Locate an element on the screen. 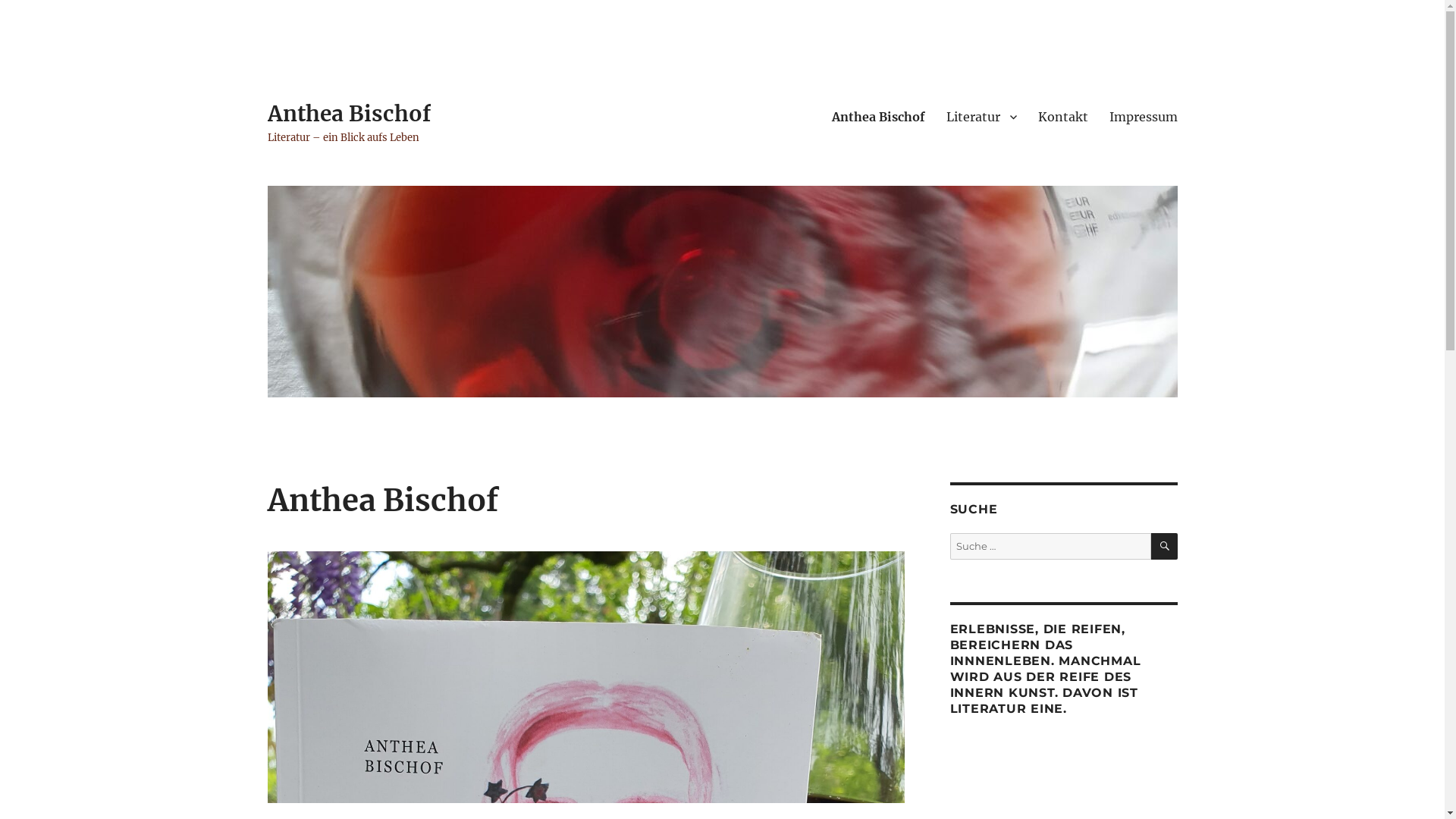  'Anthea Bischof' is located at coordinates (877, 116).